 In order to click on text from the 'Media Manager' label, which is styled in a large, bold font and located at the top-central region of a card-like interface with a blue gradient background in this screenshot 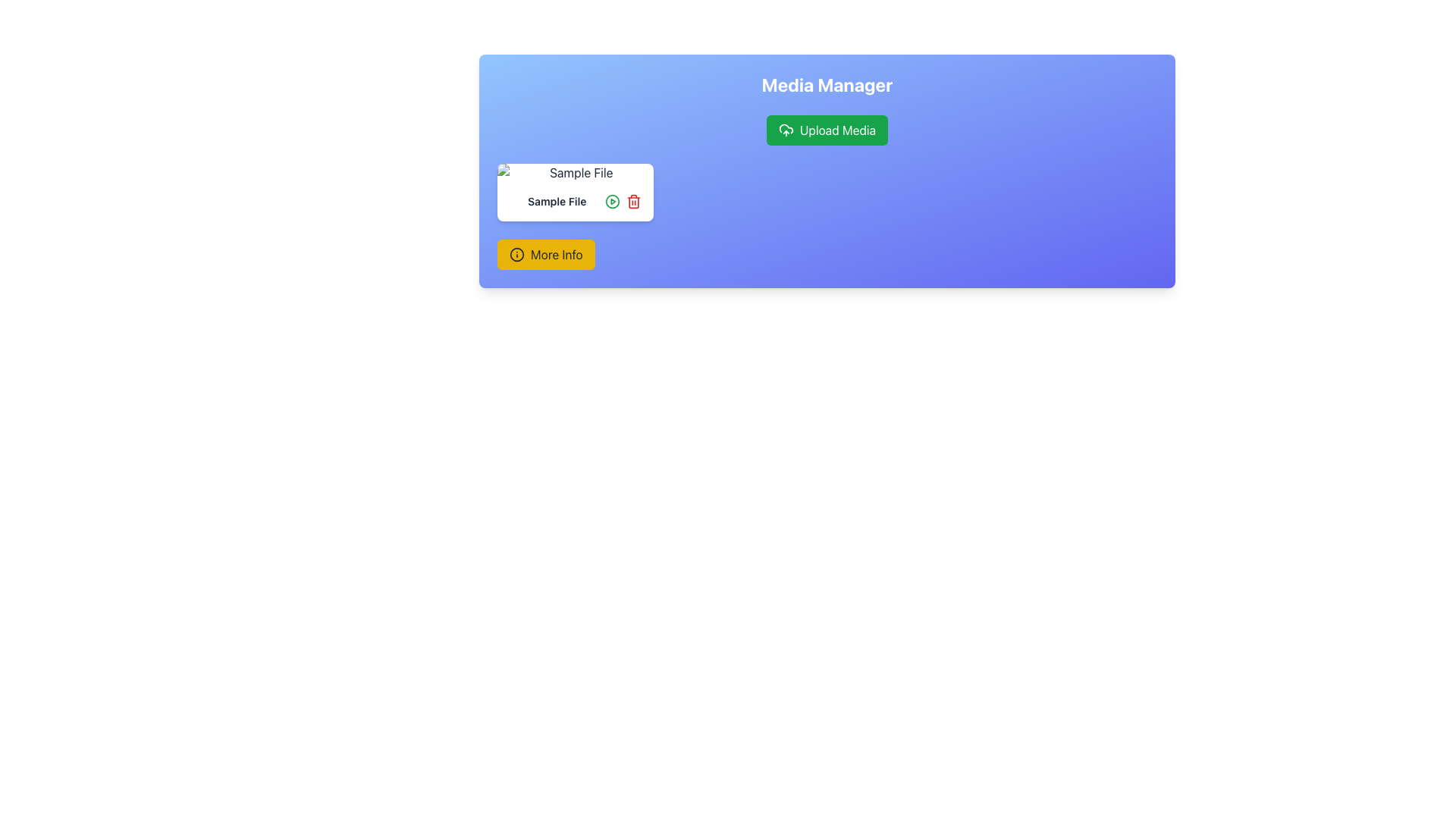, I will do `click(826, 84)`.